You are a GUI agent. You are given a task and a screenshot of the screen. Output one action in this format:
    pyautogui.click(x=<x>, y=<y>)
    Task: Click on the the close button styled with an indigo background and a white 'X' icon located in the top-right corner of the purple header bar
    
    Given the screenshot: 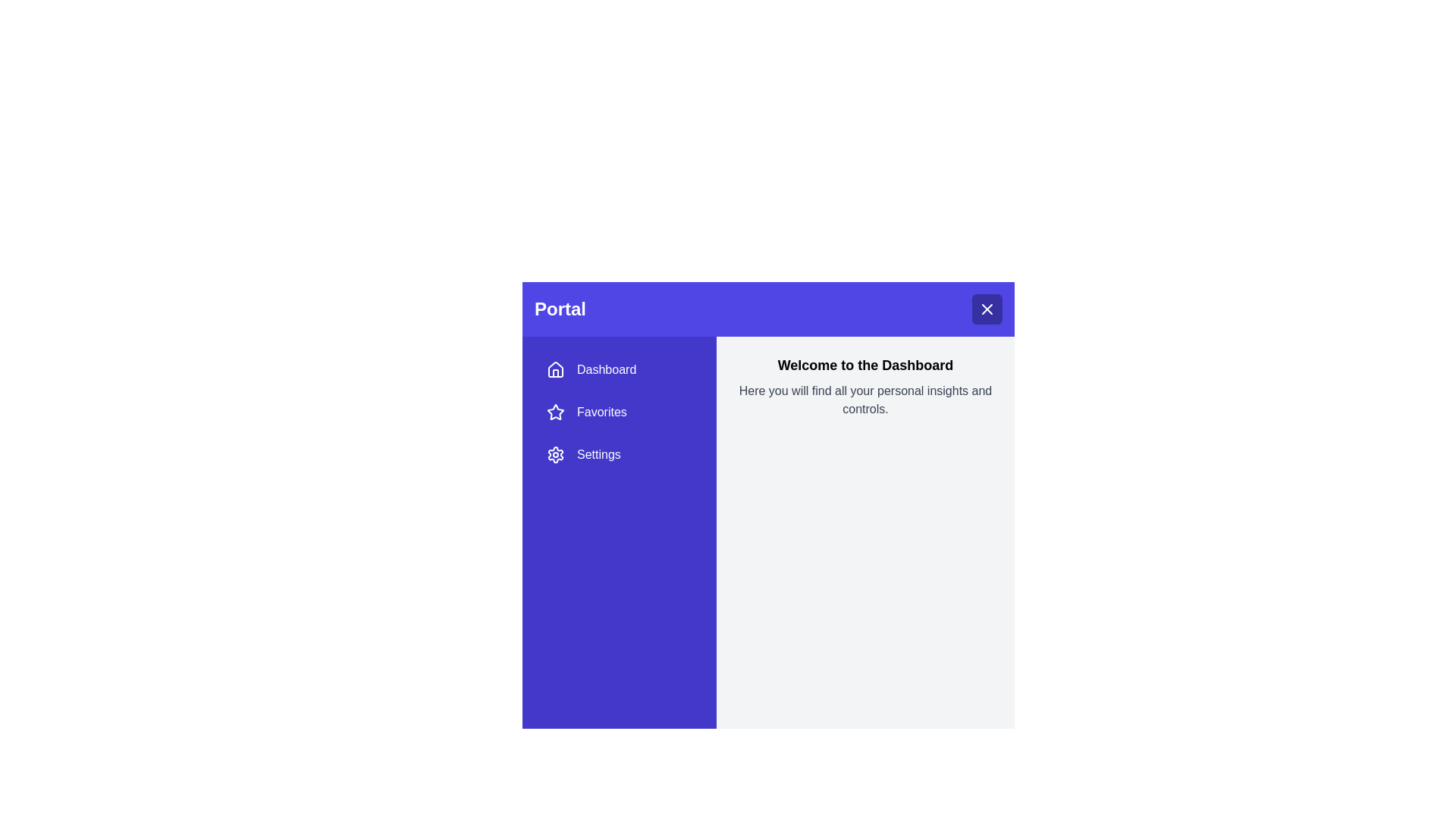 What is the action you would take?
    pyautogui.click(x=987, y=309)
    